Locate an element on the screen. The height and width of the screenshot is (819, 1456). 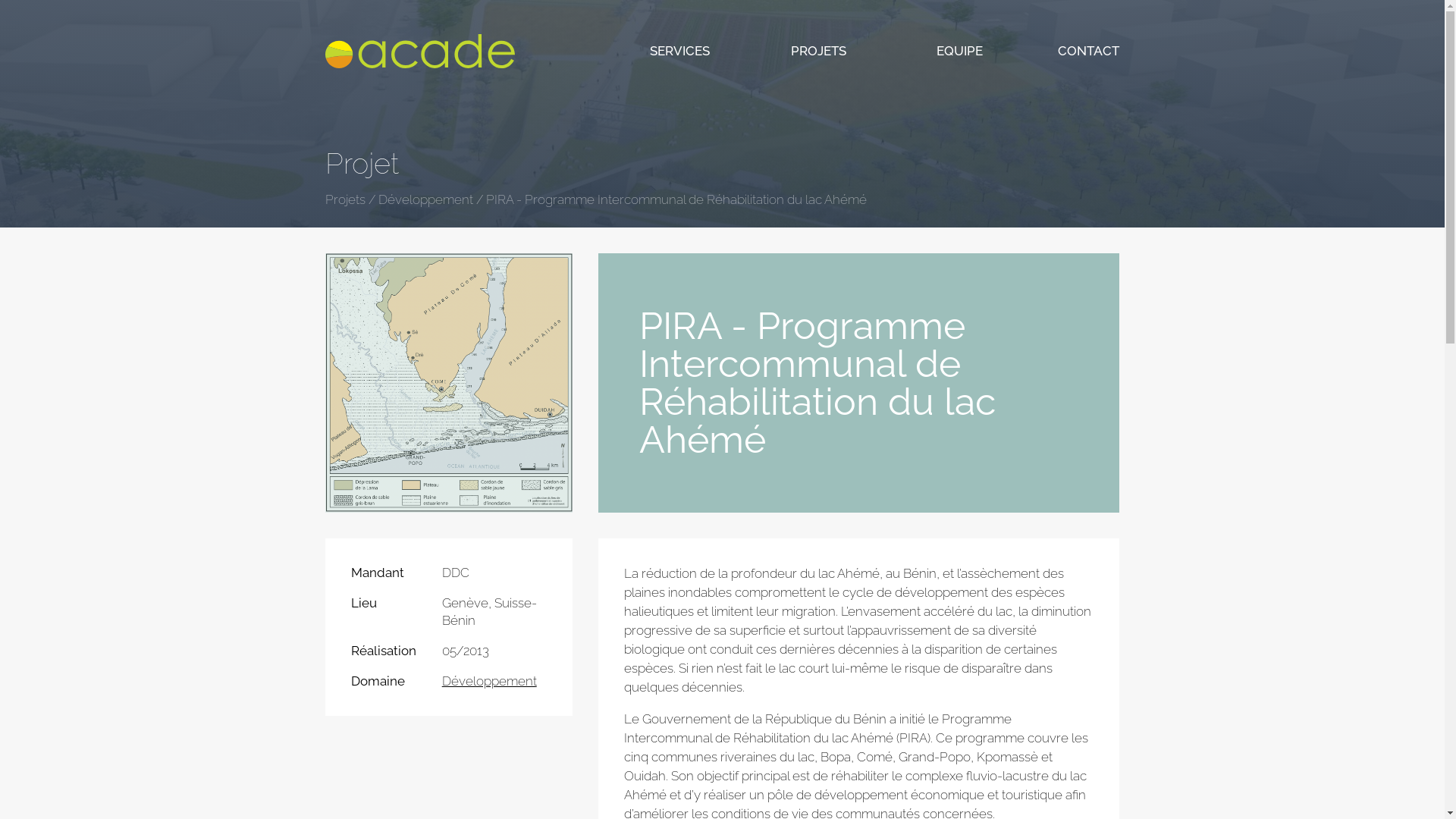
'EQUIPE' is located at coordinates (959, 49).